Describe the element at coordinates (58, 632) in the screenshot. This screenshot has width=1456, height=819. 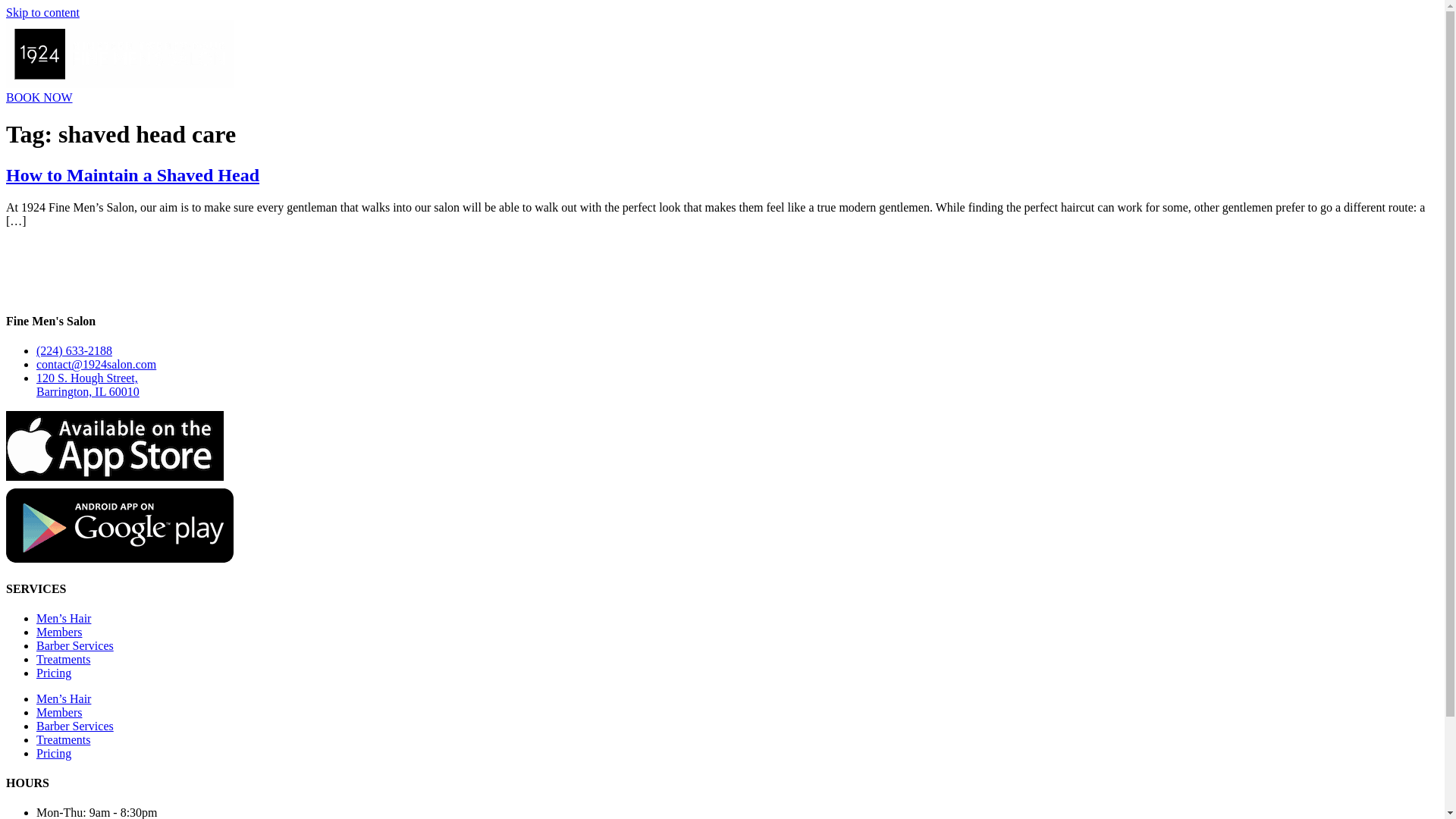
I see `'Members'` at that location.